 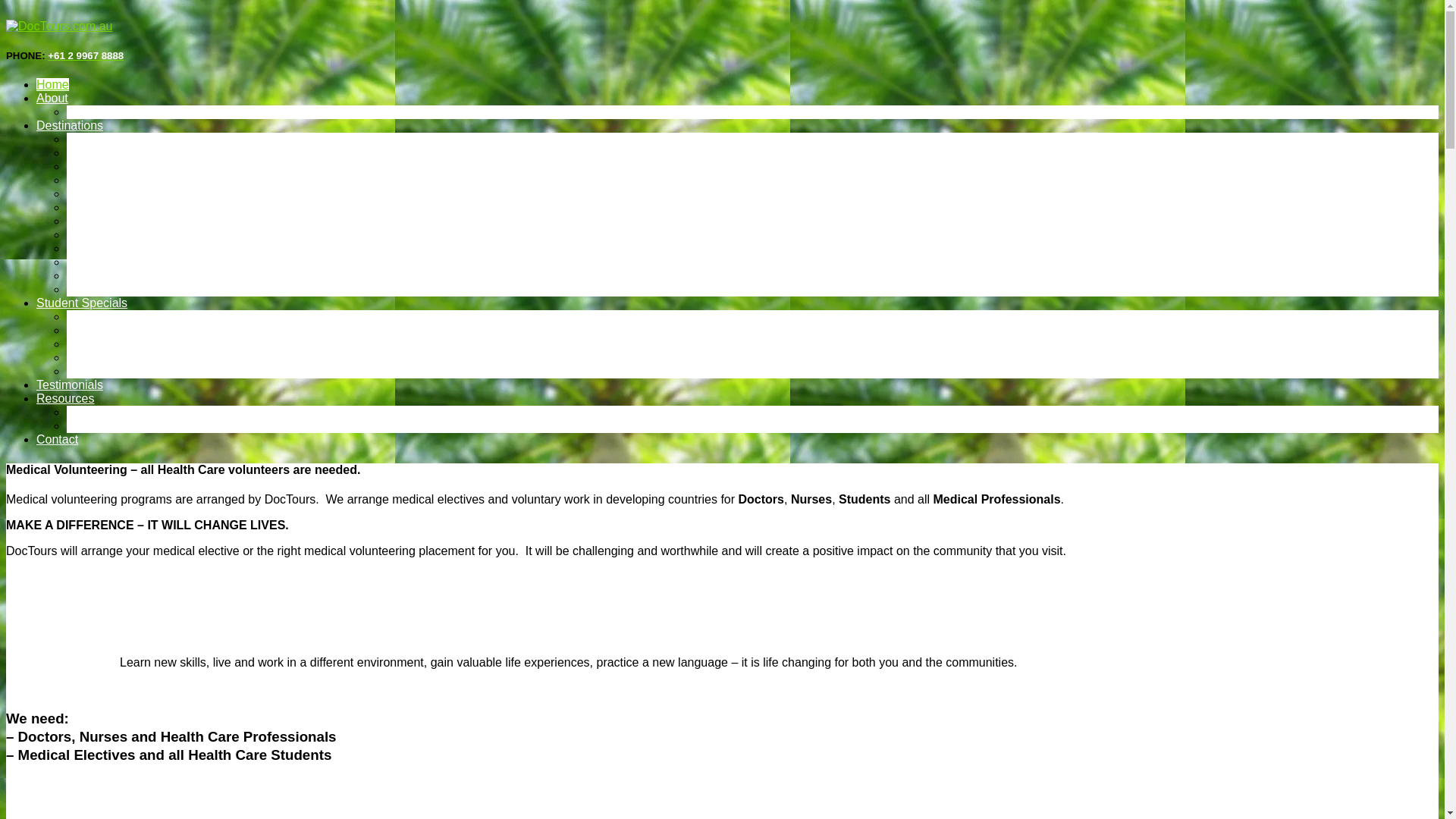 I want to click on '+61 2 9967 8888', so click(x=85, y=55).